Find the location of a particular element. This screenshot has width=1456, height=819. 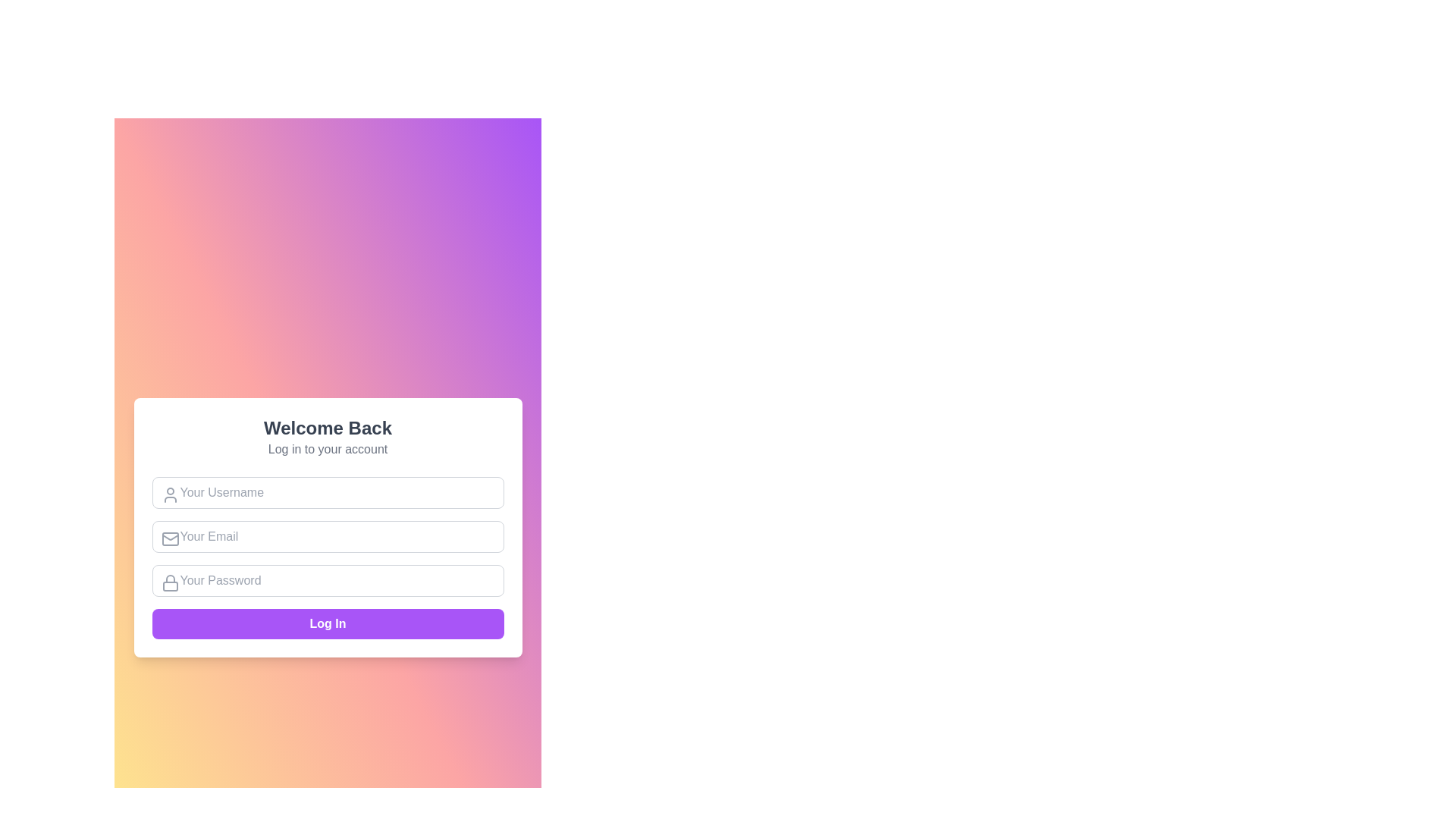

the submit button located at the bottom of the login form card is located at coordinates (327, 623).